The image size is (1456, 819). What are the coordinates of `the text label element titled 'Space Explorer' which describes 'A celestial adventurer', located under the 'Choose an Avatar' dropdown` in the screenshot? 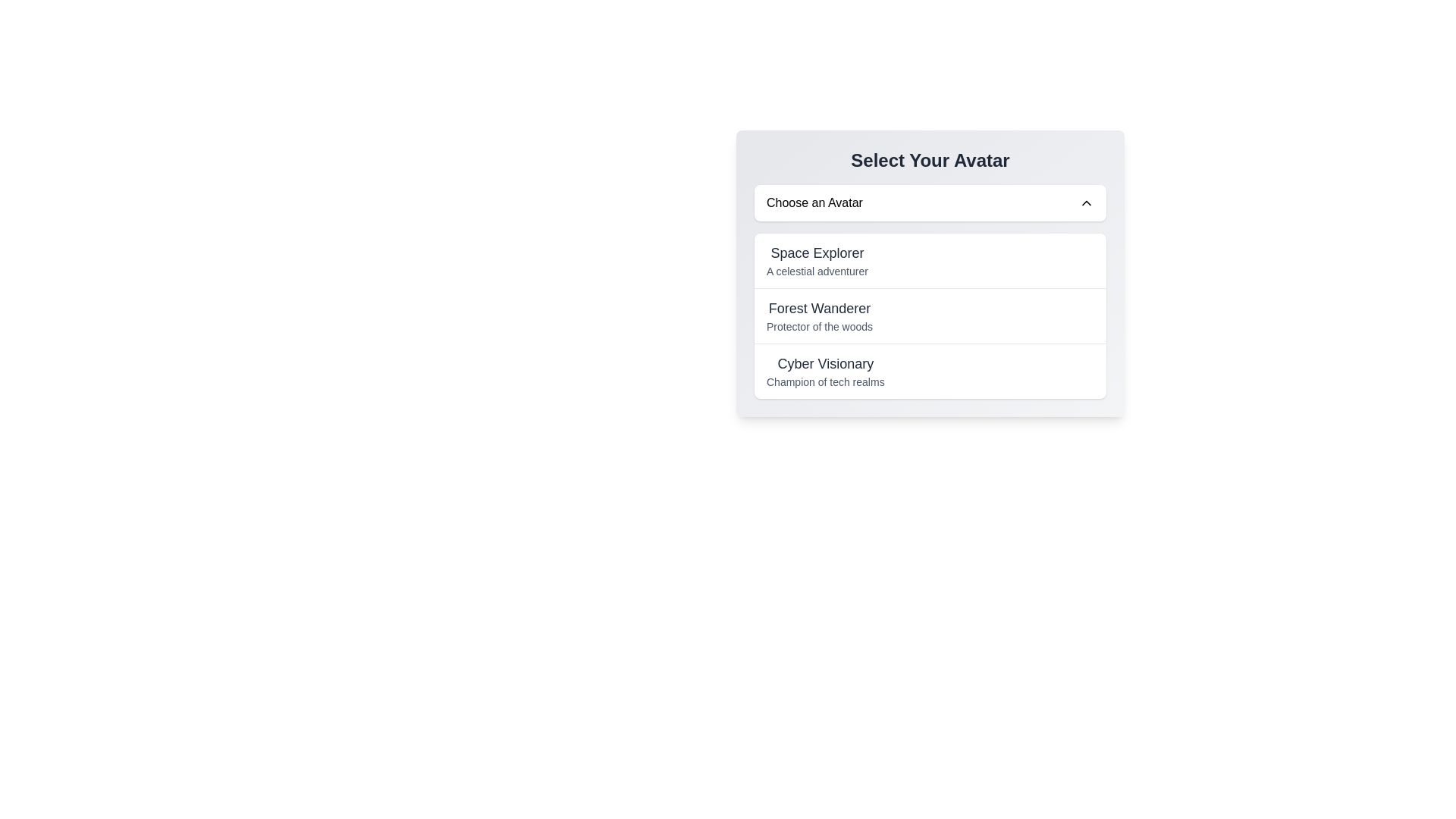 It's located at (816, 259).